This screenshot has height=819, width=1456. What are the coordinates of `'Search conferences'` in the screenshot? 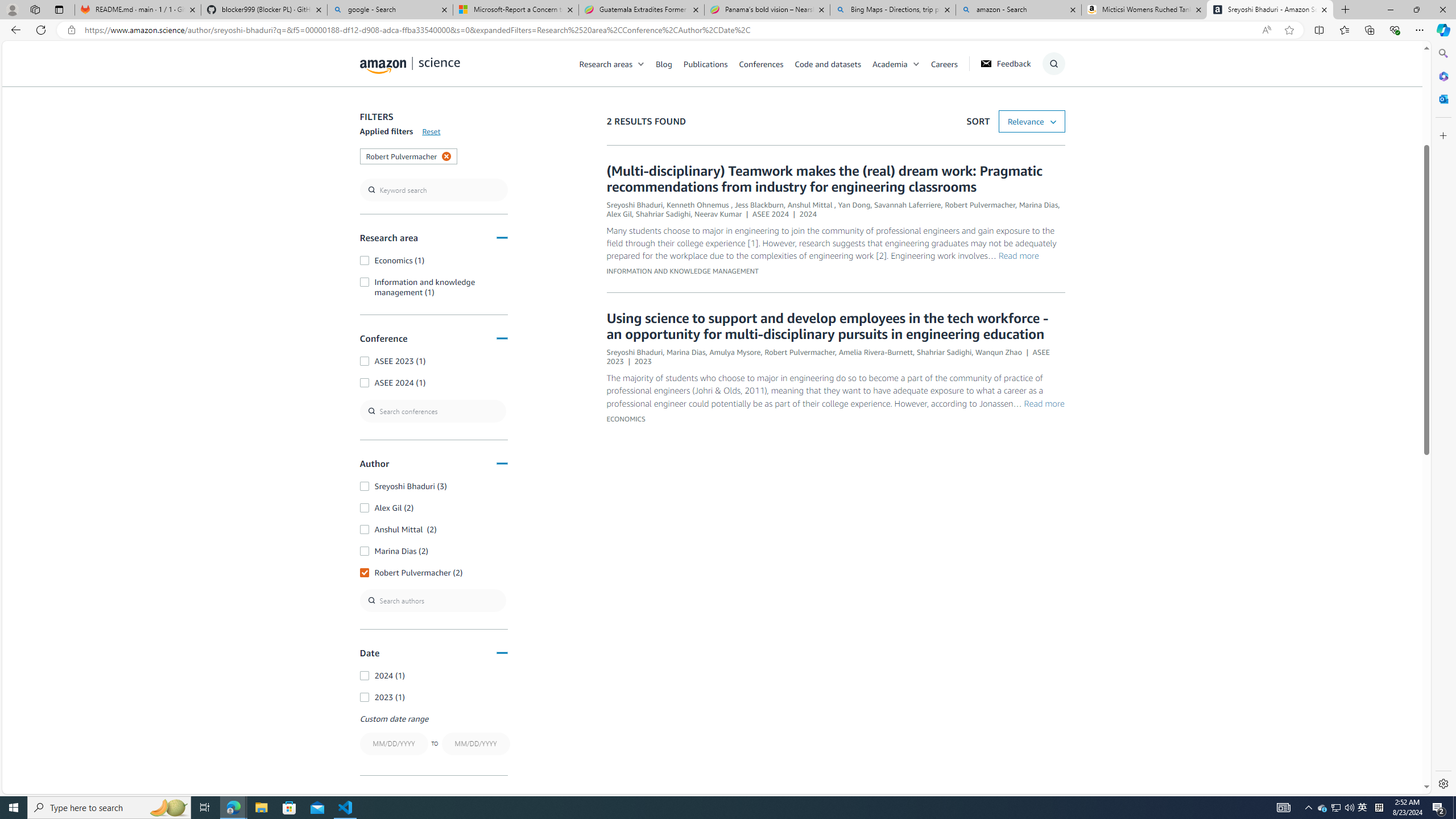 It's located at (433, 410).